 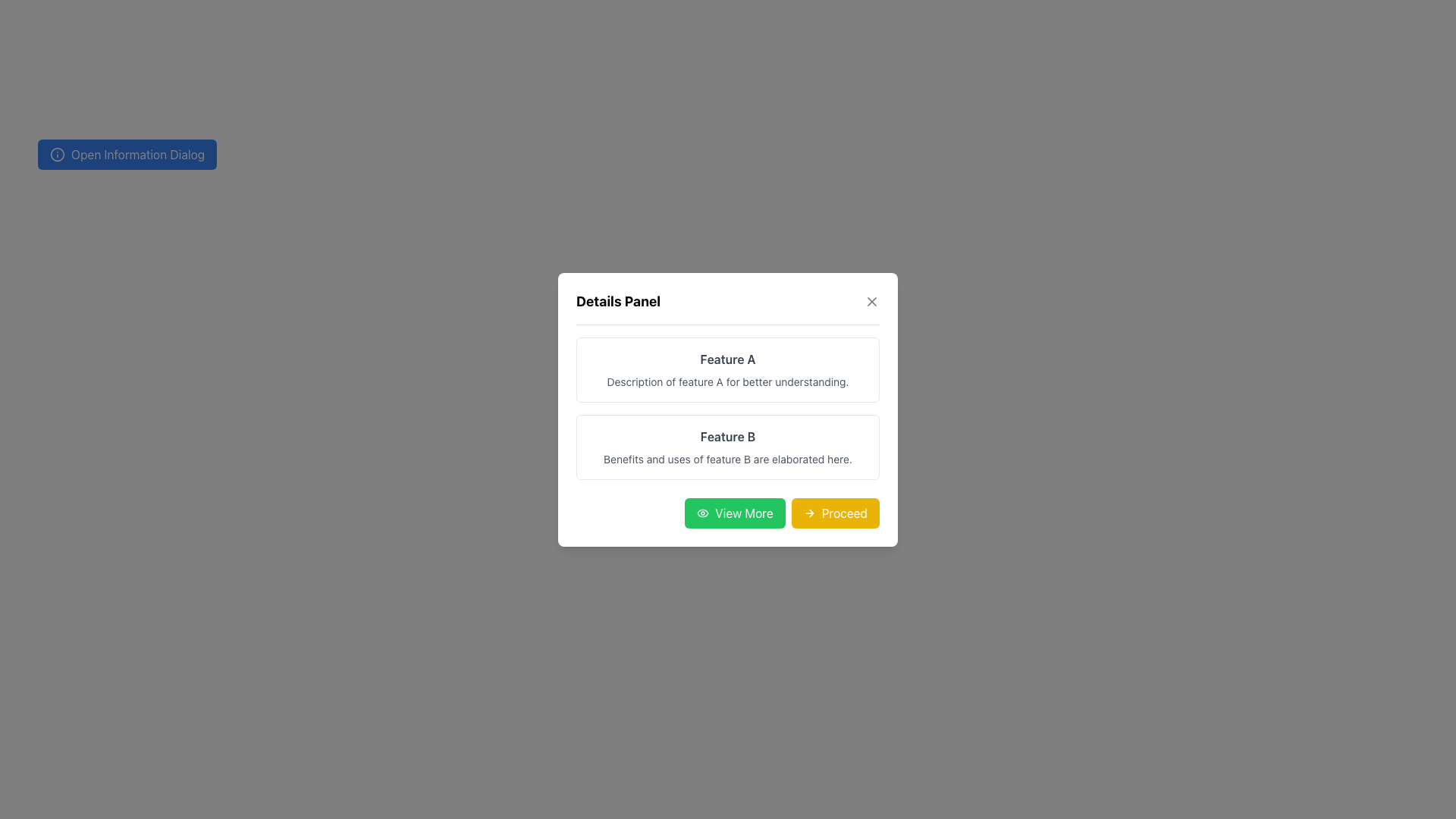 I want to click on the visibility icon located on the left side of the 'View More' button in the 'Details Panel' dialog box, so click(x=702, y=512).